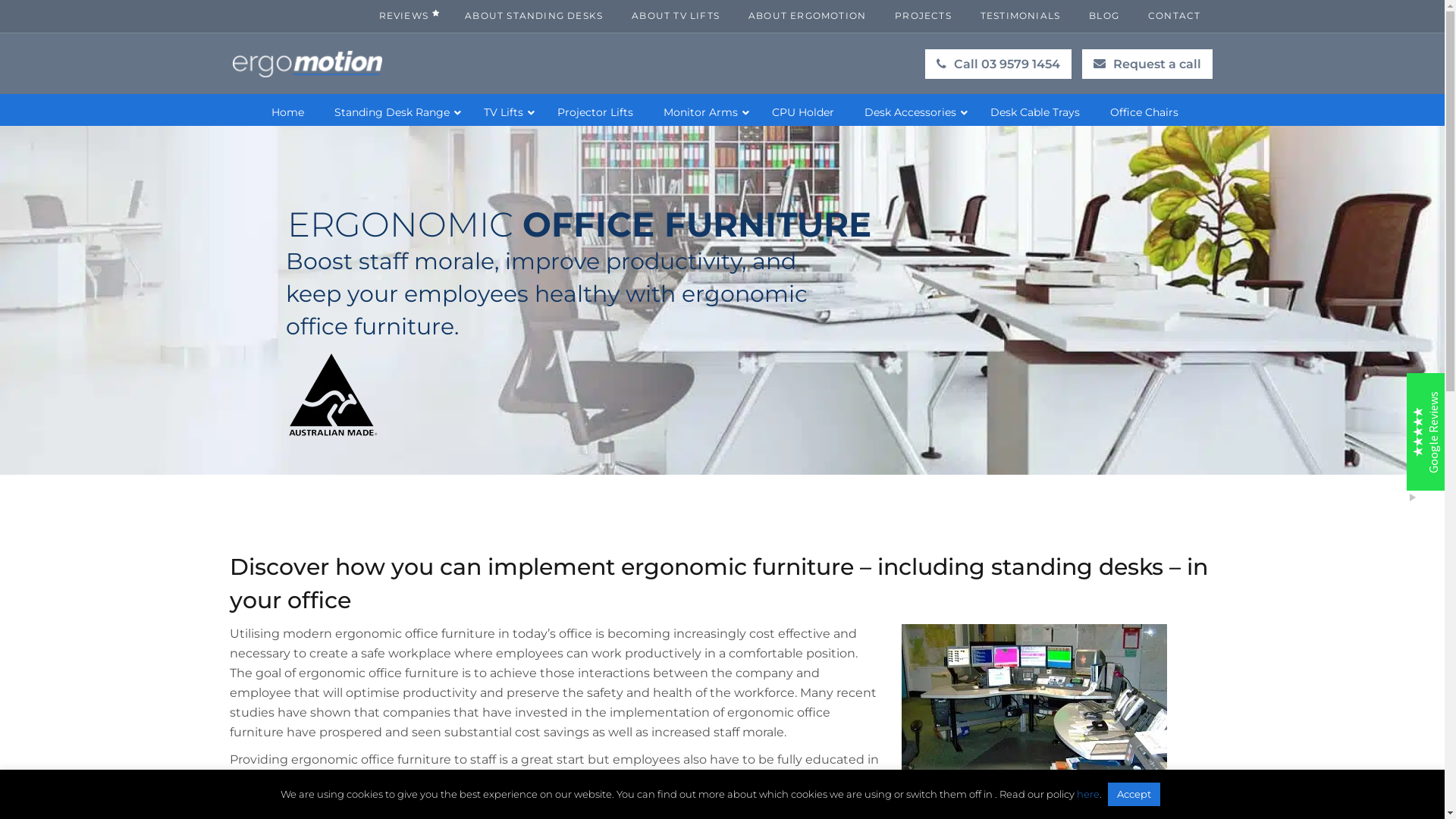  I want to click on 'Standing Desk Australia', so click(306, 63).